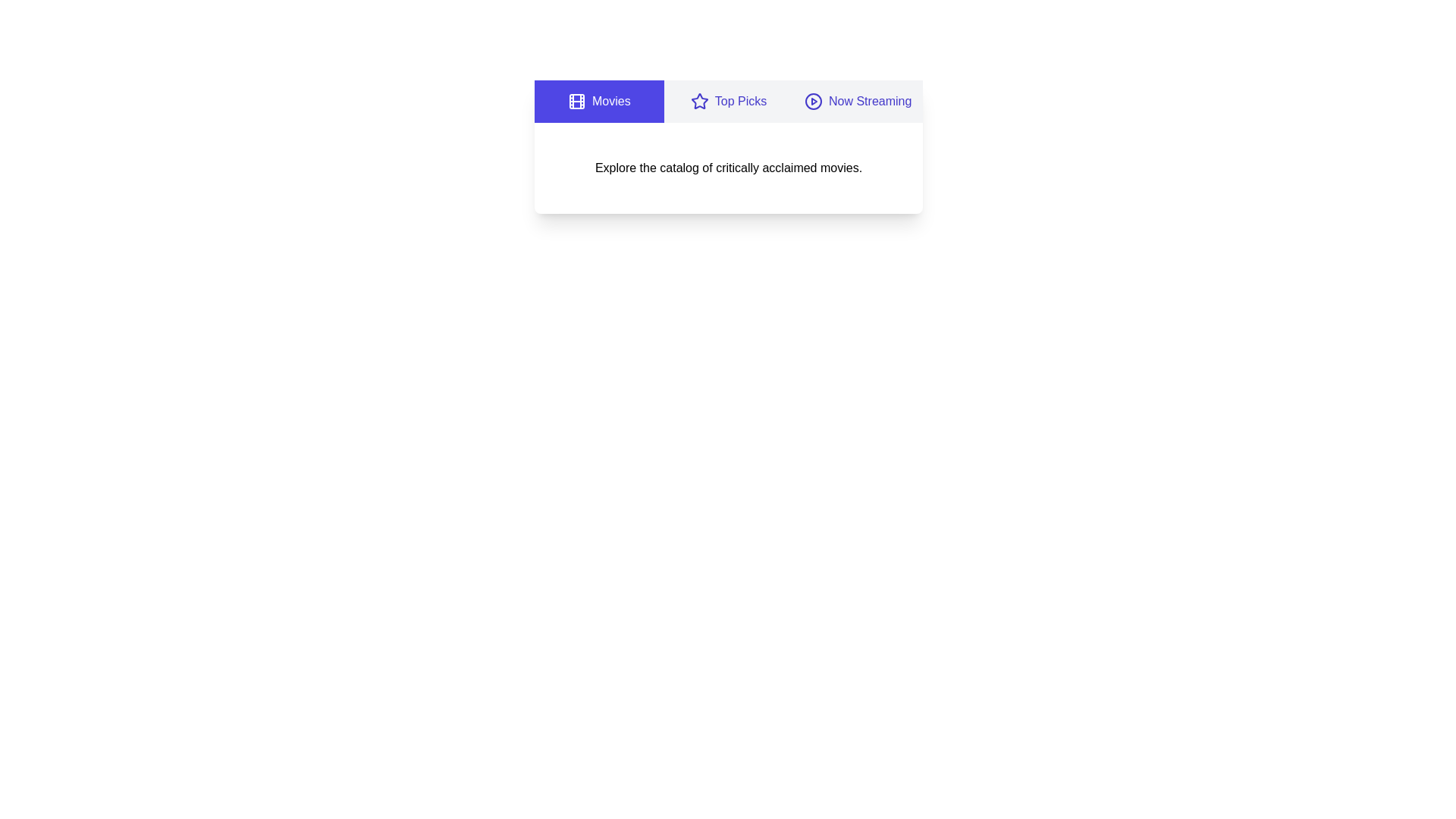 The width and height of the screenshot is (1456, 819). I want to click on the tab corresponding to Top Picks, so click(728, 102).